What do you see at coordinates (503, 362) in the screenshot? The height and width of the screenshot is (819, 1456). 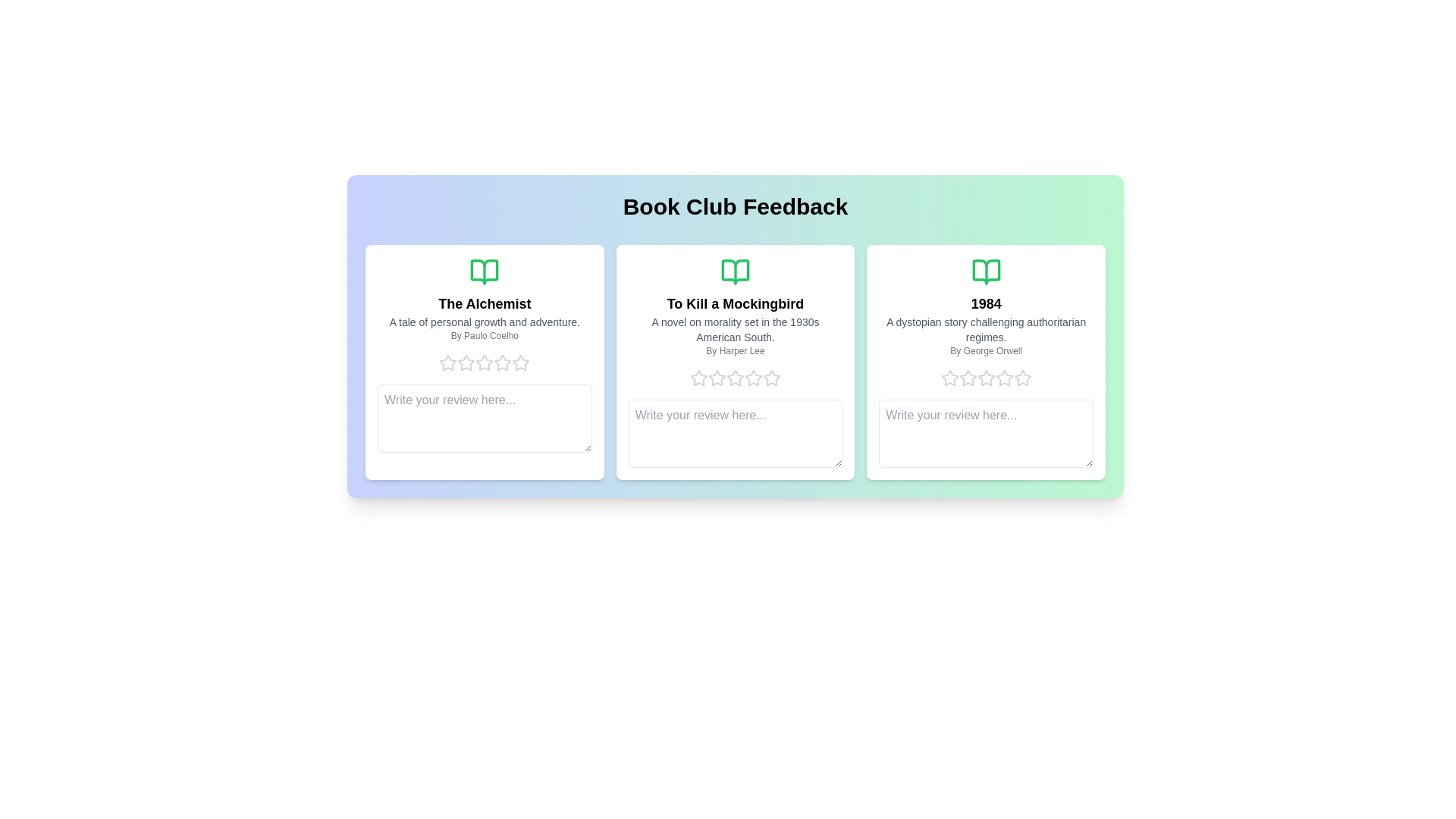 I see `the fifth rating star icon in the rating section below the title 'The Alchemist'` at bounding box center [503, 362].